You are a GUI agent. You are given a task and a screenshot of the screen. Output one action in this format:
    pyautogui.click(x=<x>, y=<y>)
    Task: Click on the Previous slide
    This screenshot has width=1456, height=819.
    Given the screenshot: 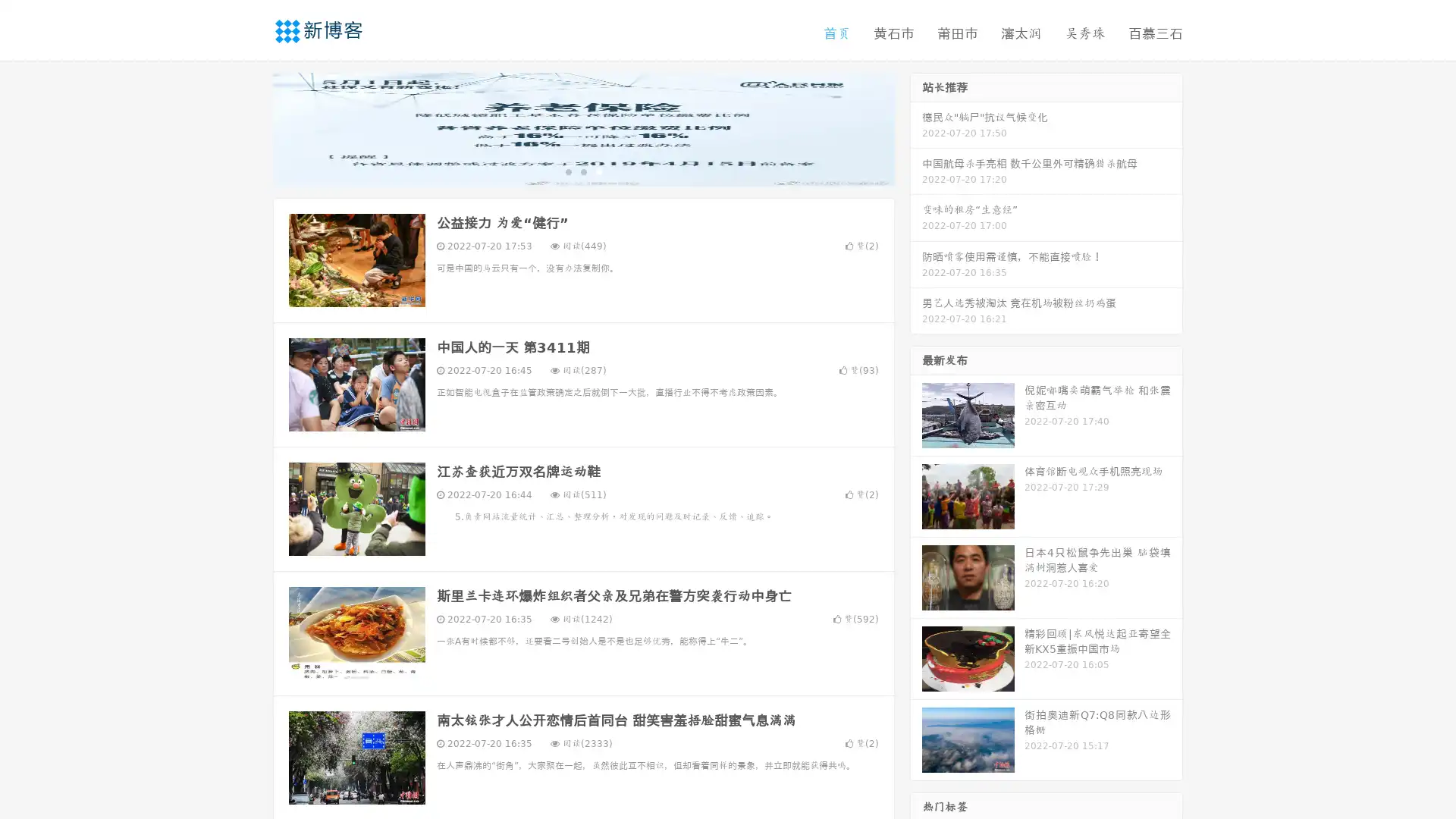 What is the action you would take?
    pyautogui.click(x=250, y=127)
    